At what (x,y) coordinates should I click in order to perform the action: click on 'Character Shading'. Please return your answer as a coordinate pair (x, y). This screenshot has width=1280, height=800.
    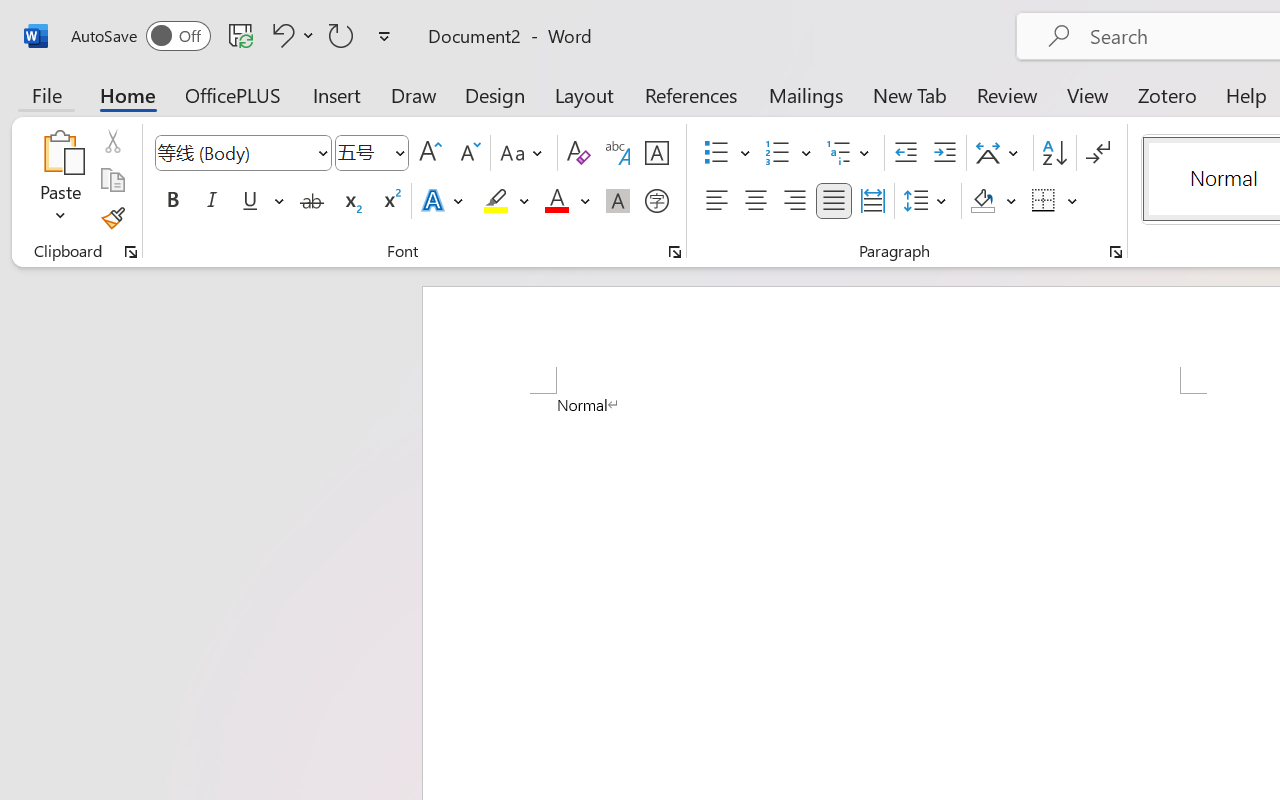
    Looking at the image, I should click on (617, 201).